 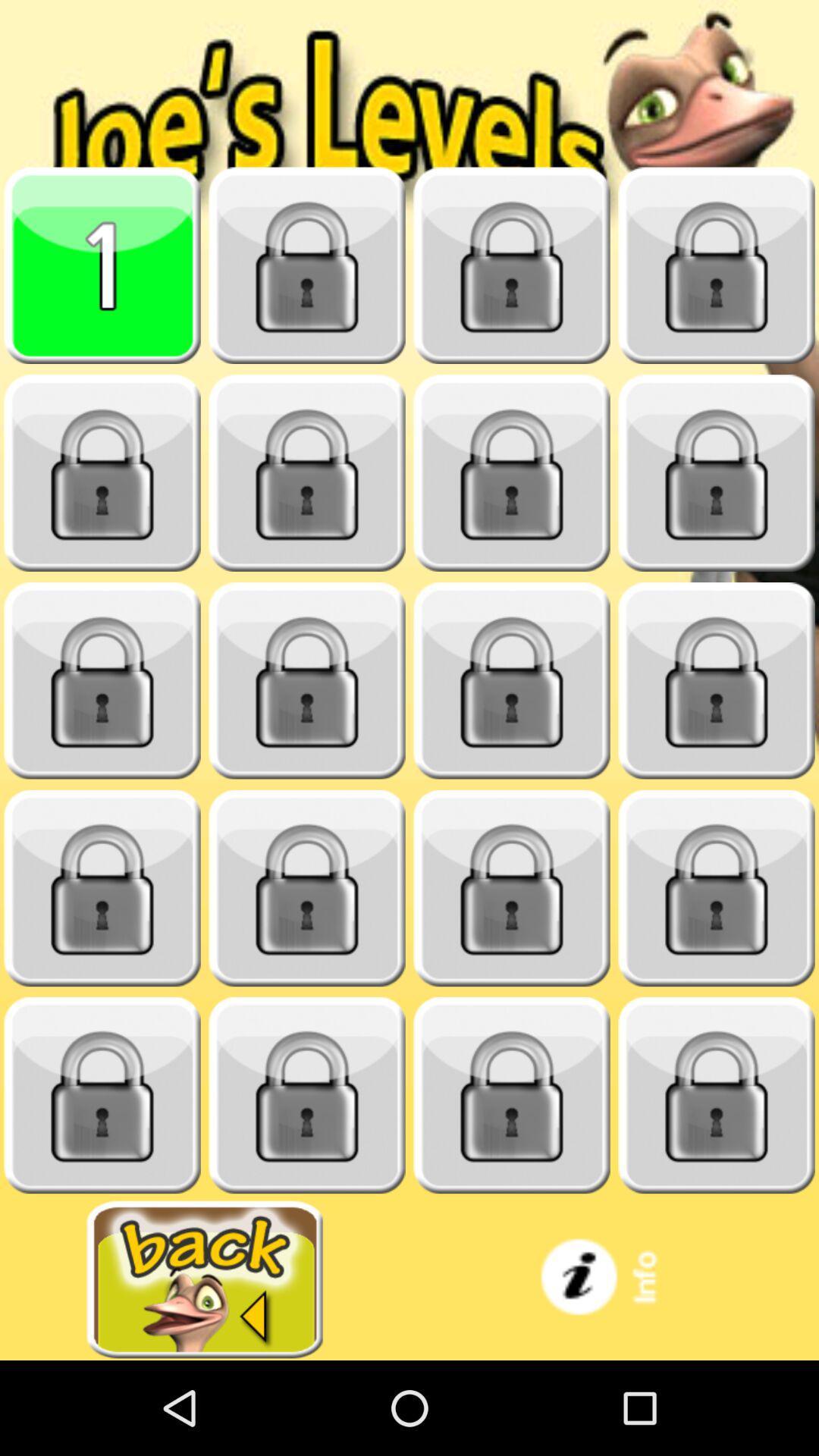 What do you see at coordinates (205, 1279) in the screenshot?
I see `back button` at bounding box center [205, 1279].